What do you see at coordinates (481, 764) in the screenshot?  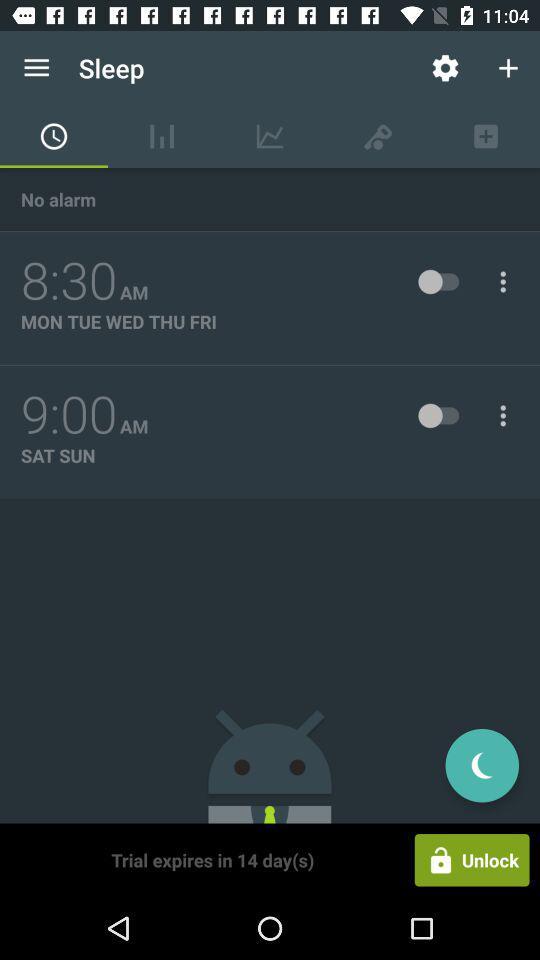 I see `set night mode` at bounding box center [481, 764].